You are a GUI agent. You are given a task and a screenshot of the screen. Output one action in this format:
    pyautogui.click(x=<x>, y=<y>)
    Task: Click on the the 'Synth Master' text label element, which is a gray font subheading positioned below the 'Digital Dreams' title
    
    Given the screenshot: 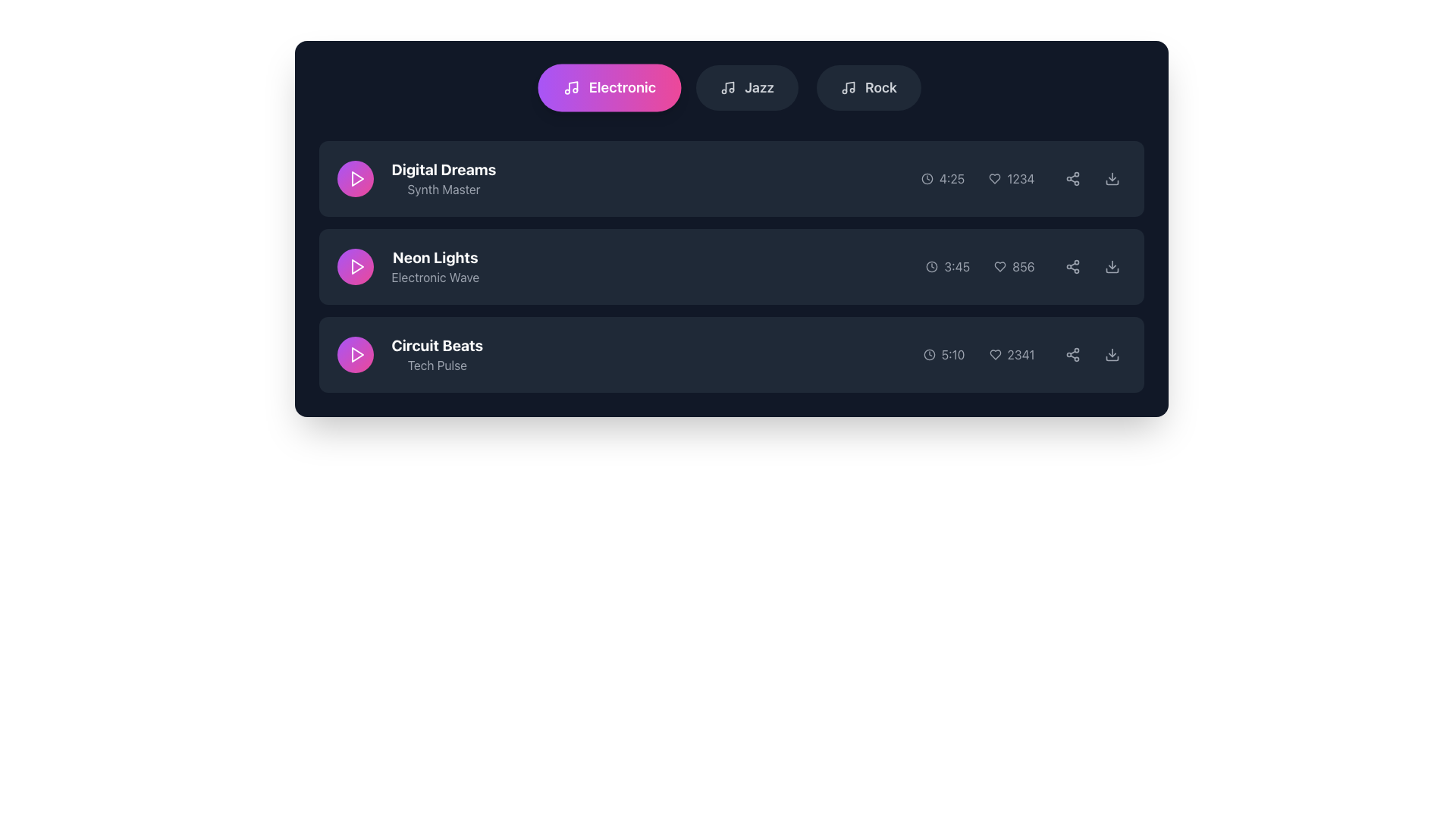 What is the action you would take?
    pyautogui.click(x=443, y=189)
    